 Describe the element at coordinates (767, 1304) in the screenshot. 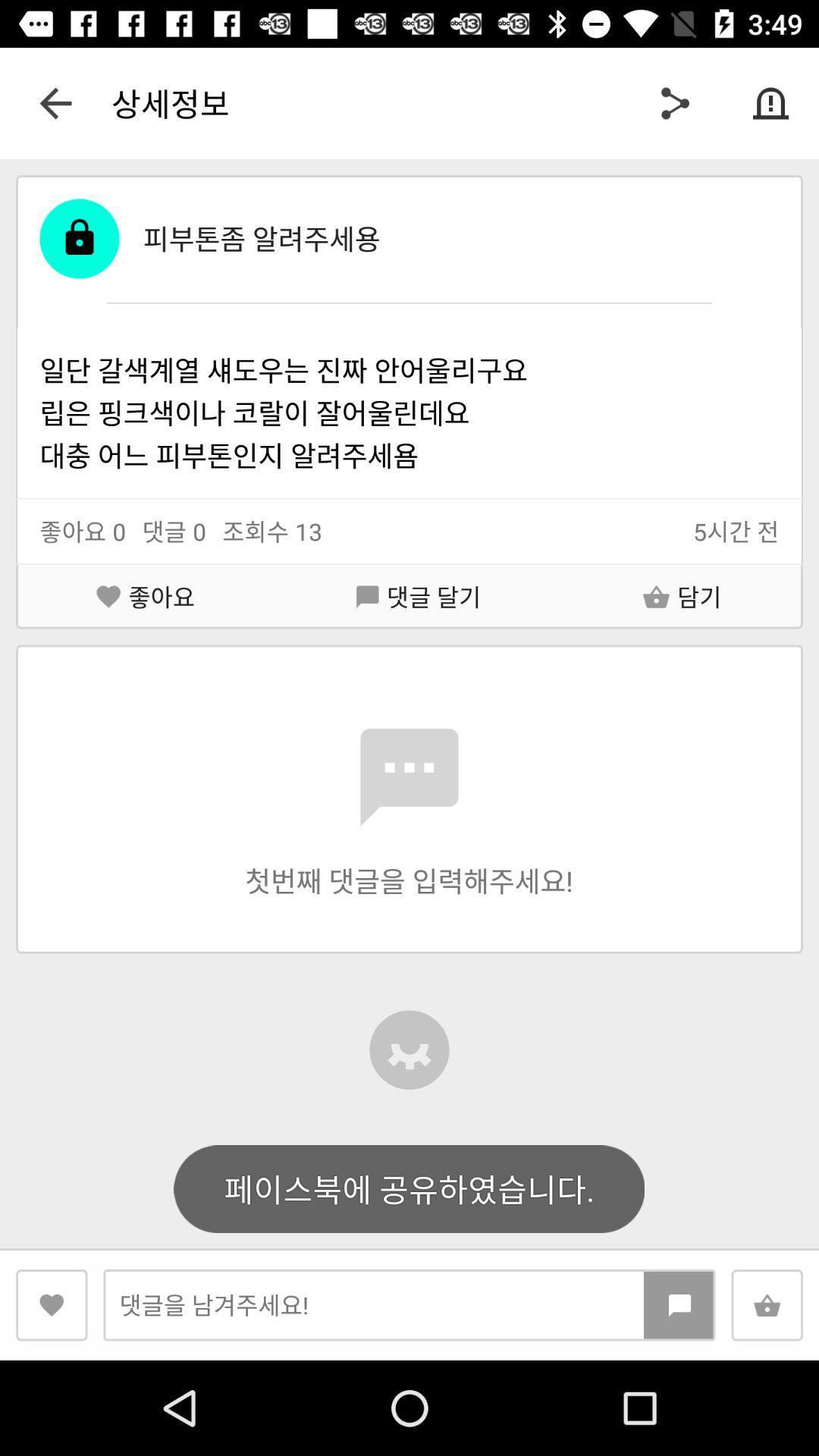

I see `the cart icon` at that location.